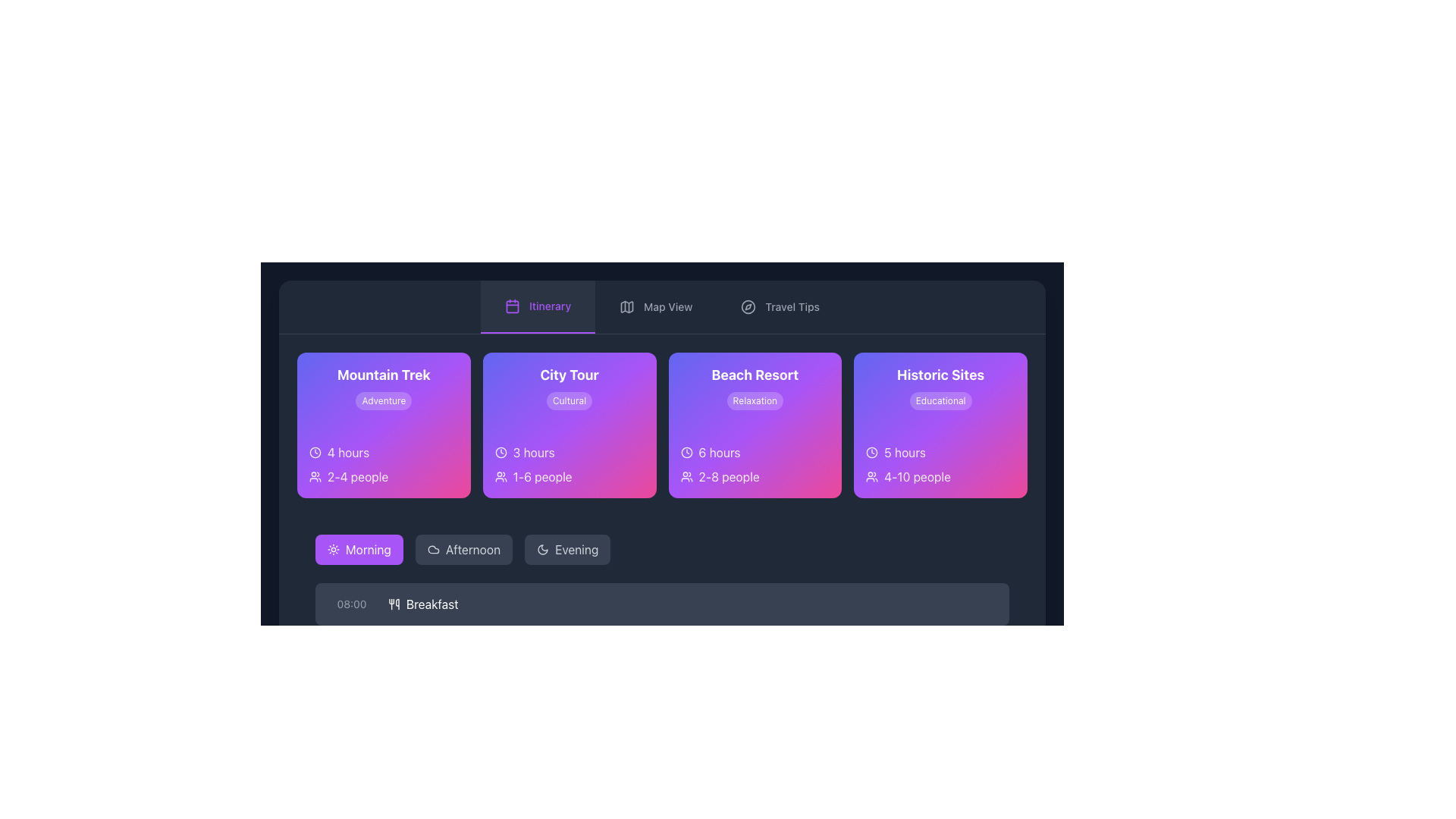 The width and height of the screenshot is (1456, 819). I want to click on the 'Morning' button located at the far left of the button group, so click(358, 550).